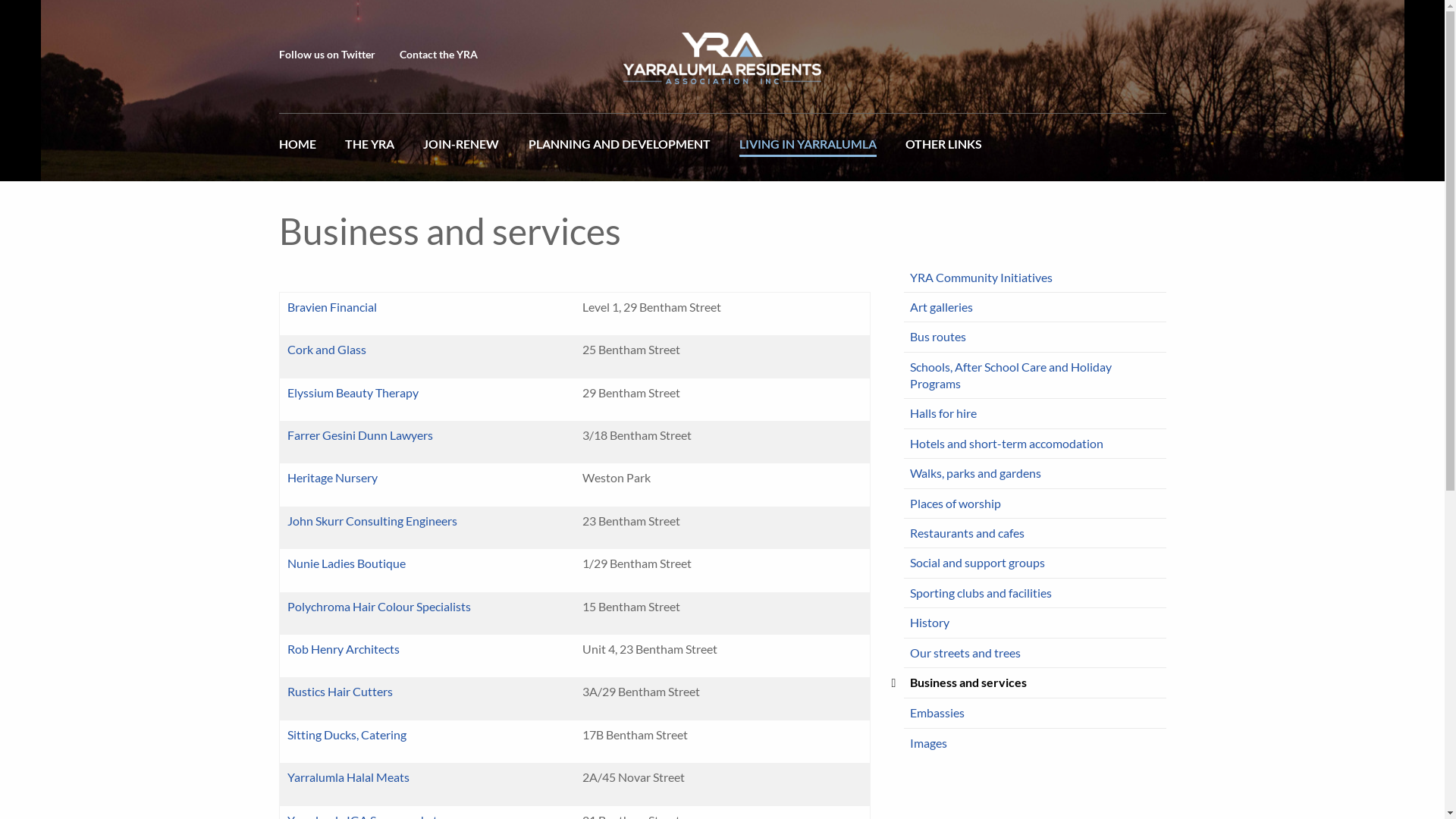  Describe the element at coordinates (619, 147) in the screenshot. I see `'PLANNING AND DEVELOPMENT'` at that location.